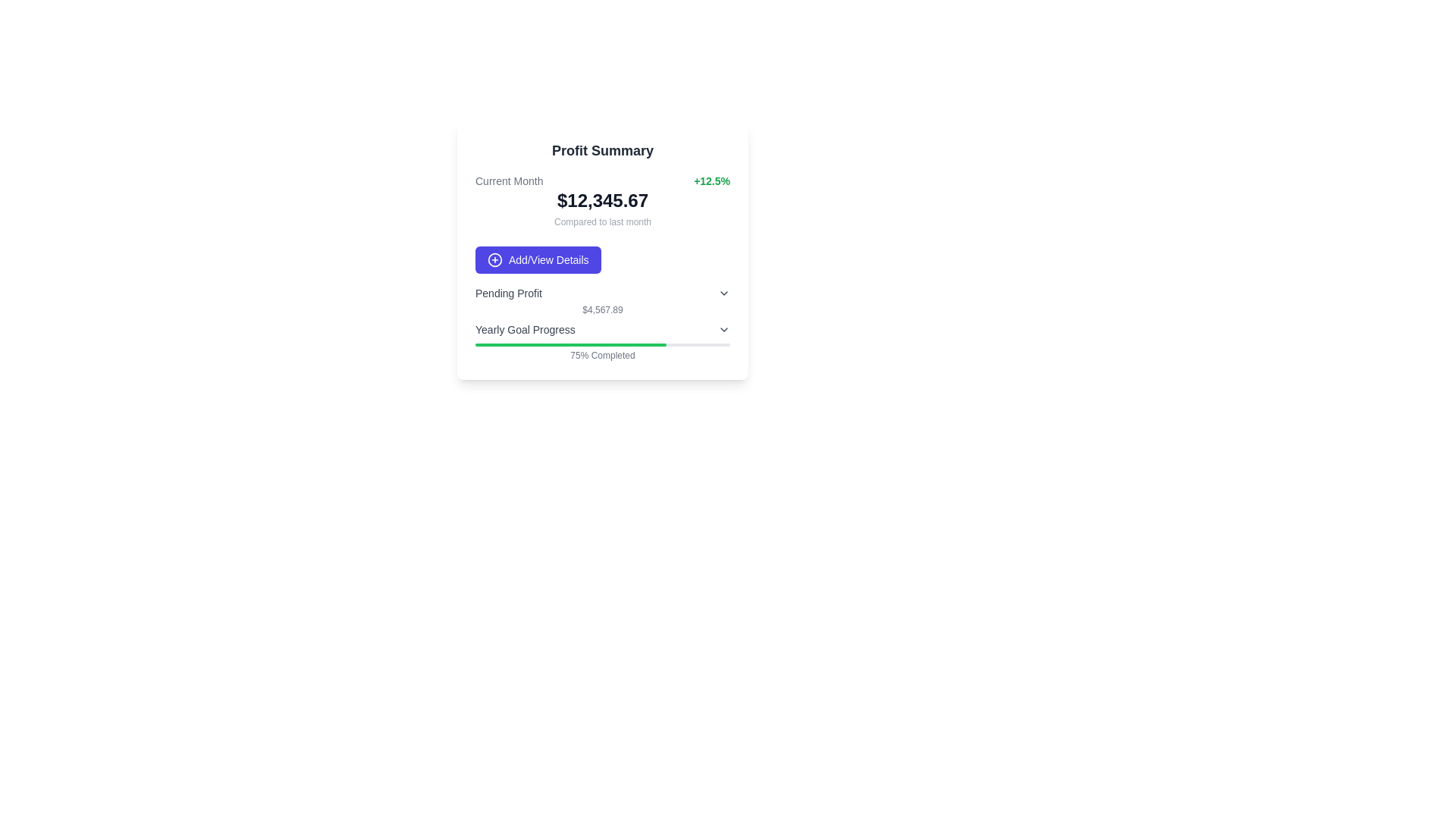  Describe the element at coordinates (602, 301) in the screenshot. I see `the dropdown in the Information display that shows pending profit information, located below the 'Add/View Details' button and above the 'Yearly Goal Progress' section in the 'Profit Summary' card` at that location.